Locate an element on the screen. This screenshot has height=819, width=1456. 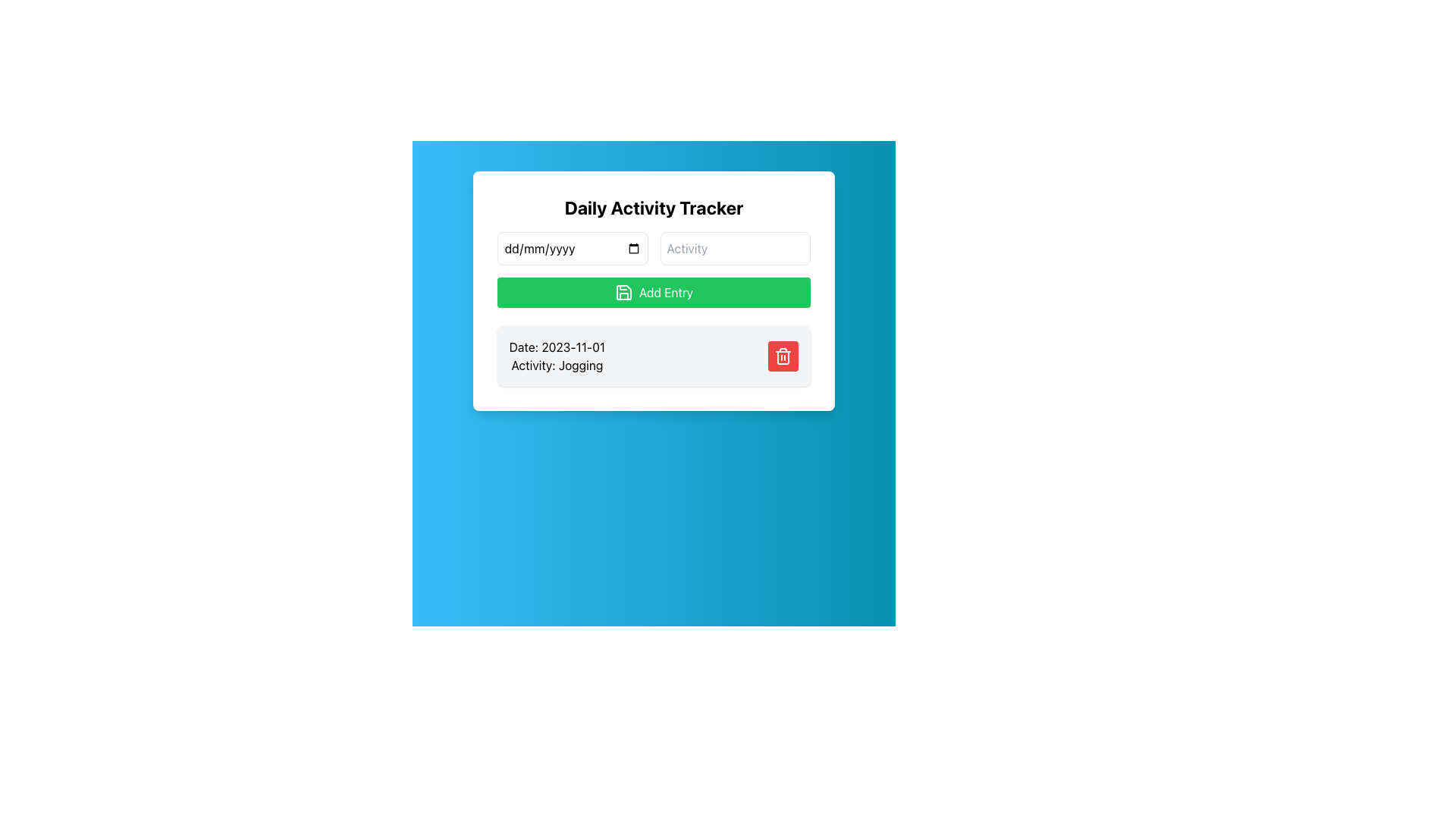
the save or confirm action icon located above the 'Add Entry' text within the green button area is located at coordinates (623, 292).